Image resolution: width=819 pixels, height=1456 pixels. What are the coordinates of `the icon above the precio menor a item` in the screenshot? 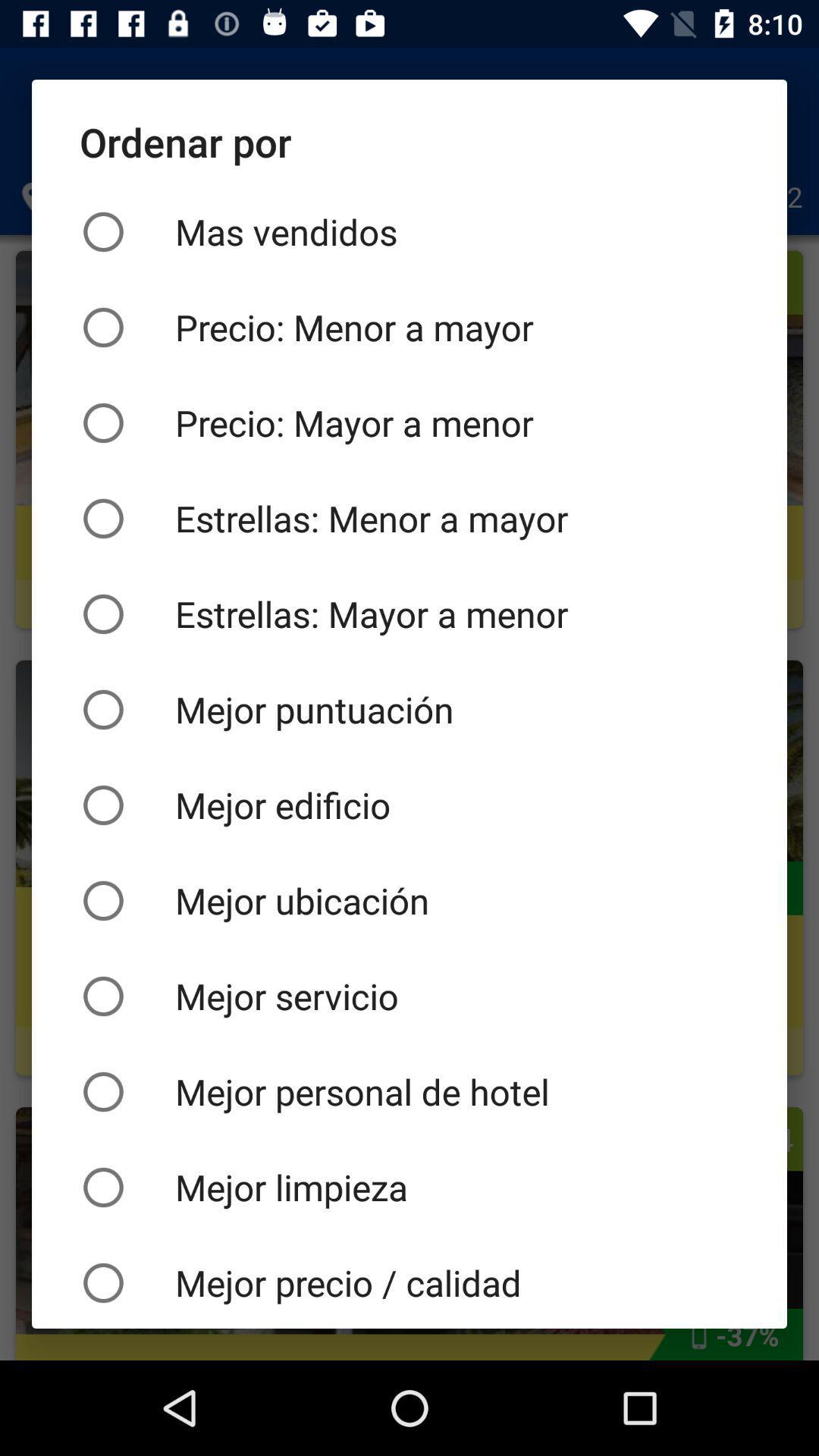 It's located at (409, 231).